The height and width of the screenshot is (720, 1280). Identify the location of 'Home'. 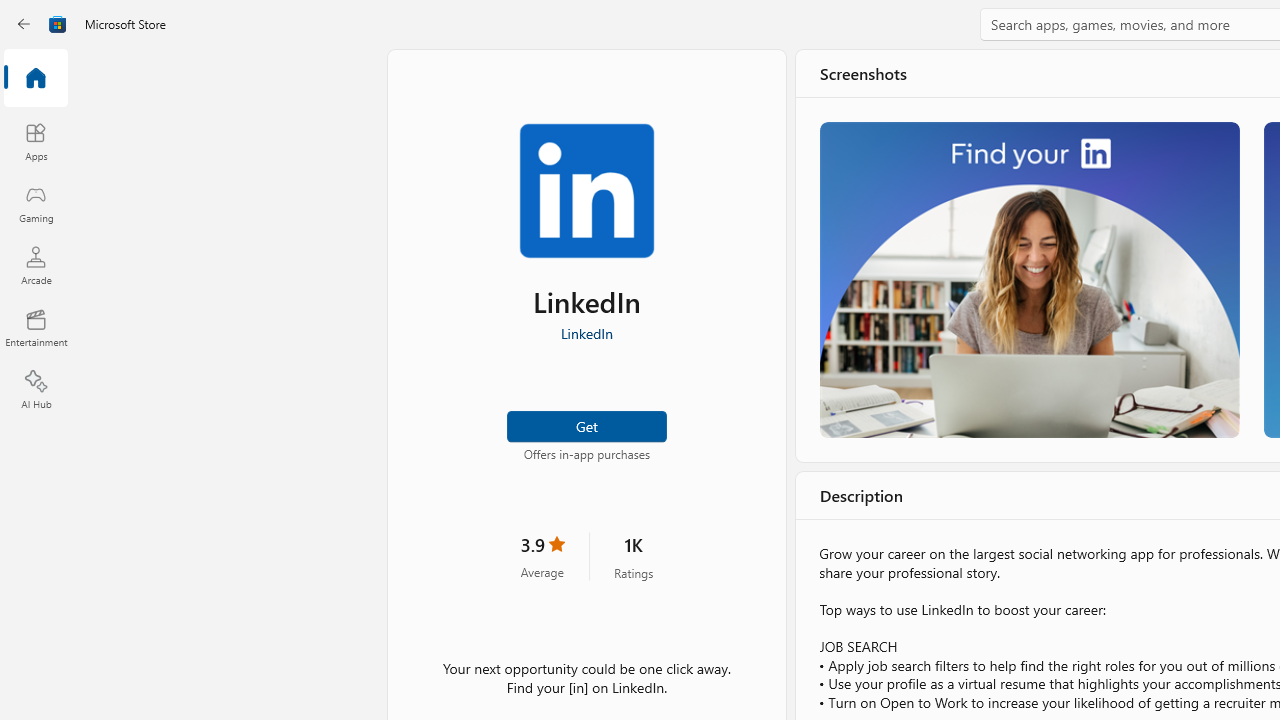
(35, 78).